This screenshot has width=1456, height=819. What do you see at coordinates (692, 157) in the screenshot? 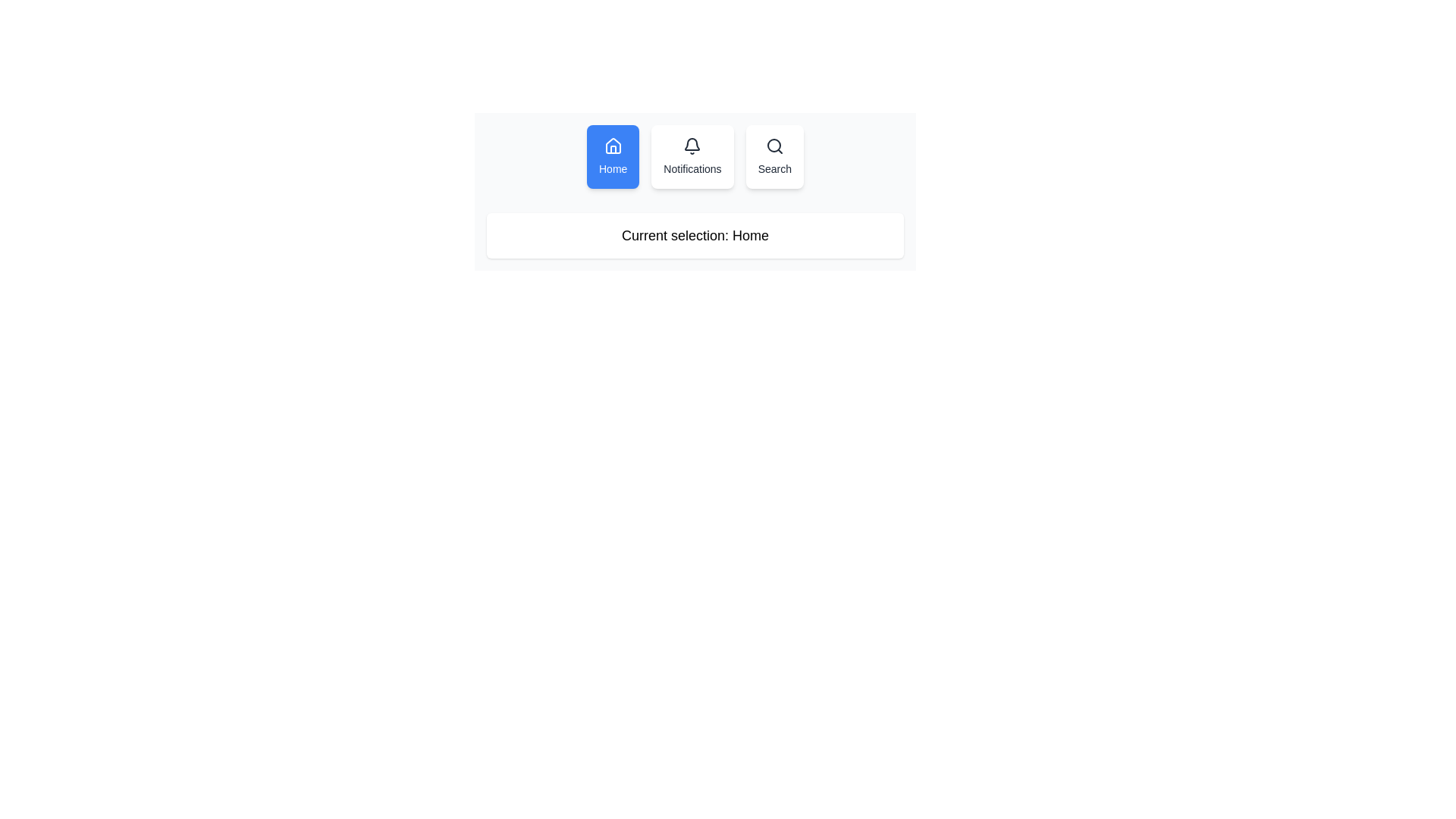
I see `the 'Notifications' button in the navigation bar to activate hover effects` at bounding box center [692, 157].